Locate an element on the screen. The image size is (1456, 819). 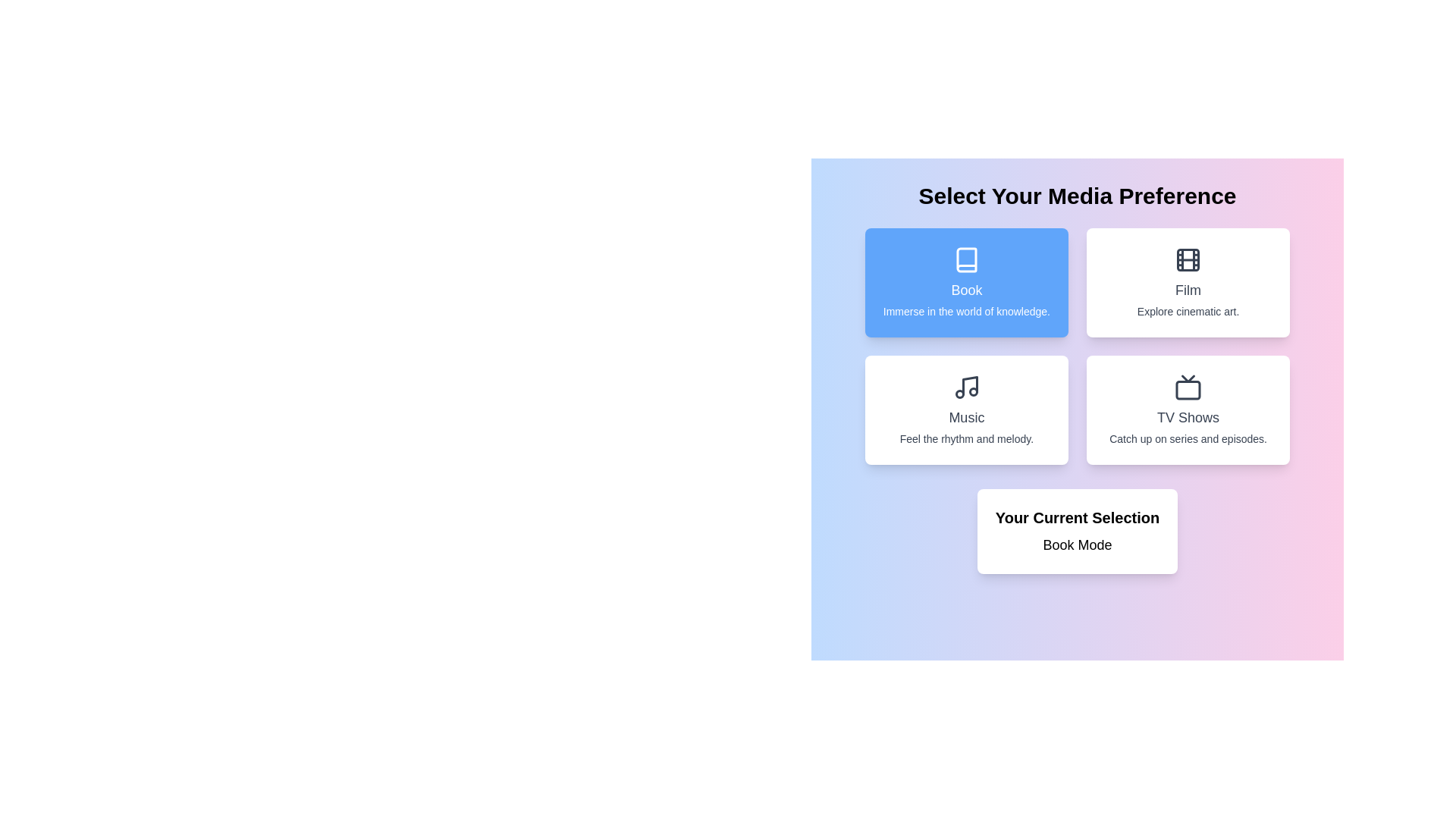
the 'Your Current Selection' section to confirm the current media selection is located at coordinates (1076, 531).